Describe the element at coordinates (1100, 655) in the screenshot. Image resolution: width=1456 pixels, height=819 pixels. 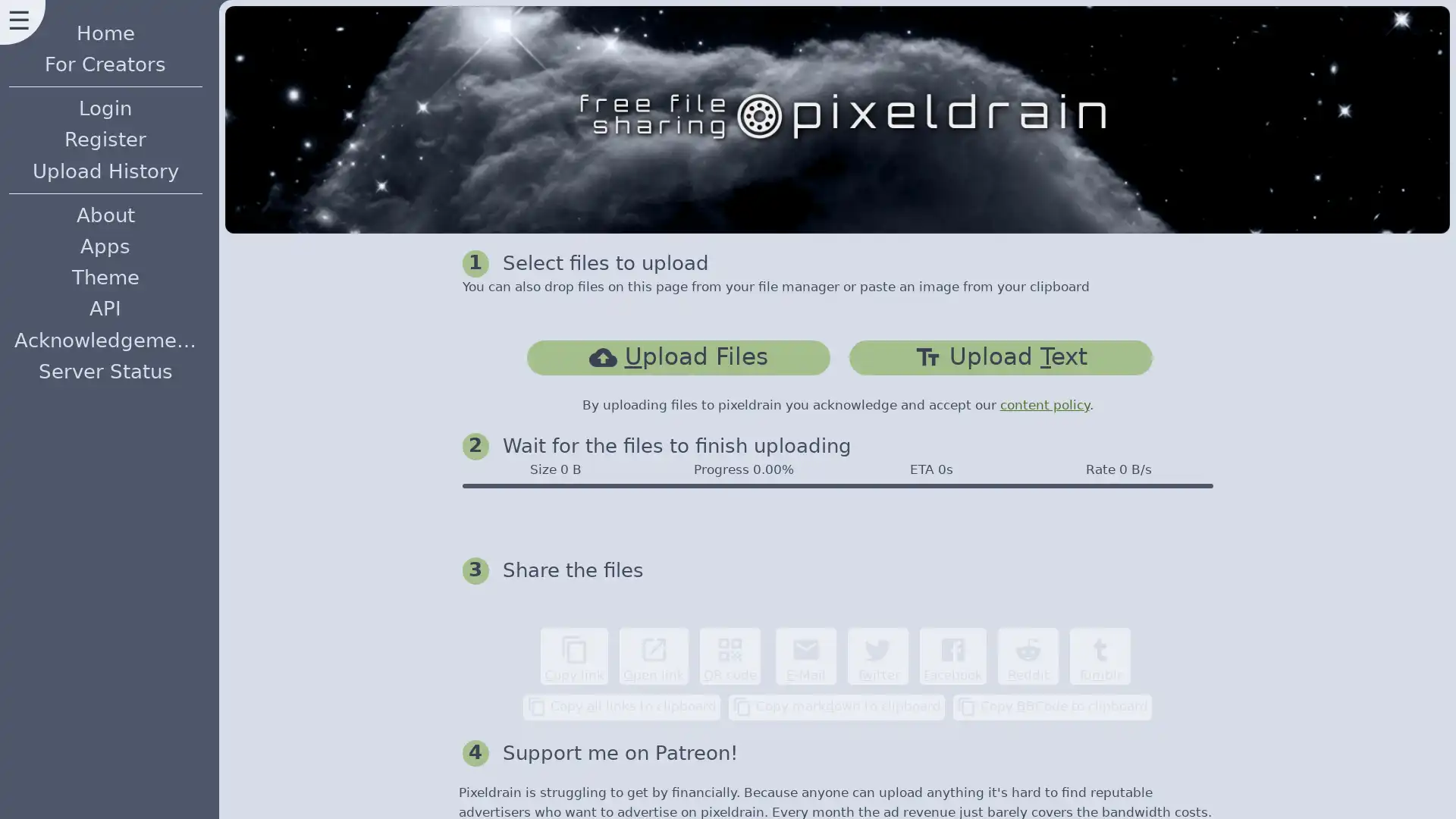
I see `Tumblr` at that location.